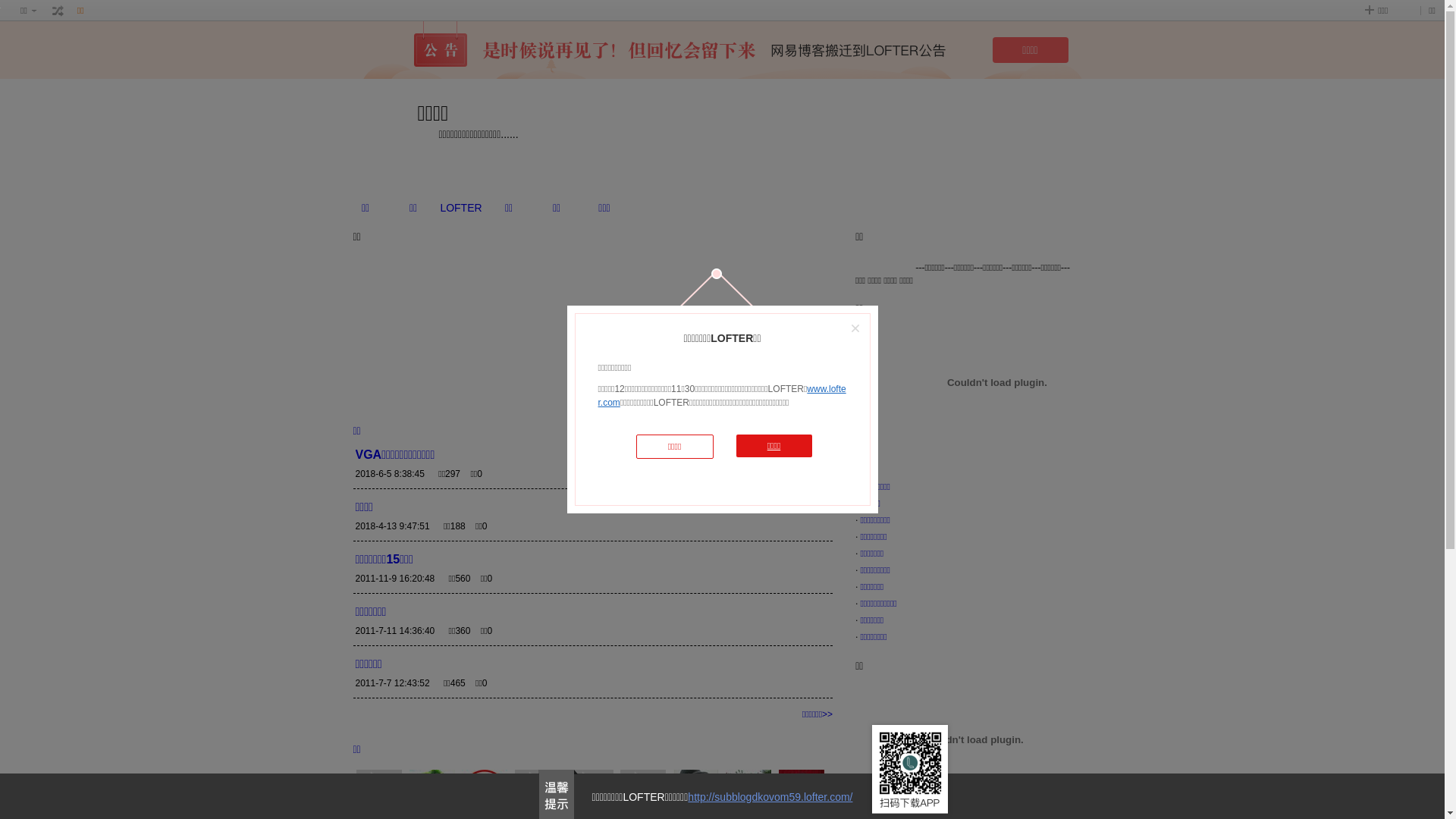 This screenshot has width=1456, height=819. Describe the element at coordinates (58, 11) in the screenshot. I see `' '` at that location.